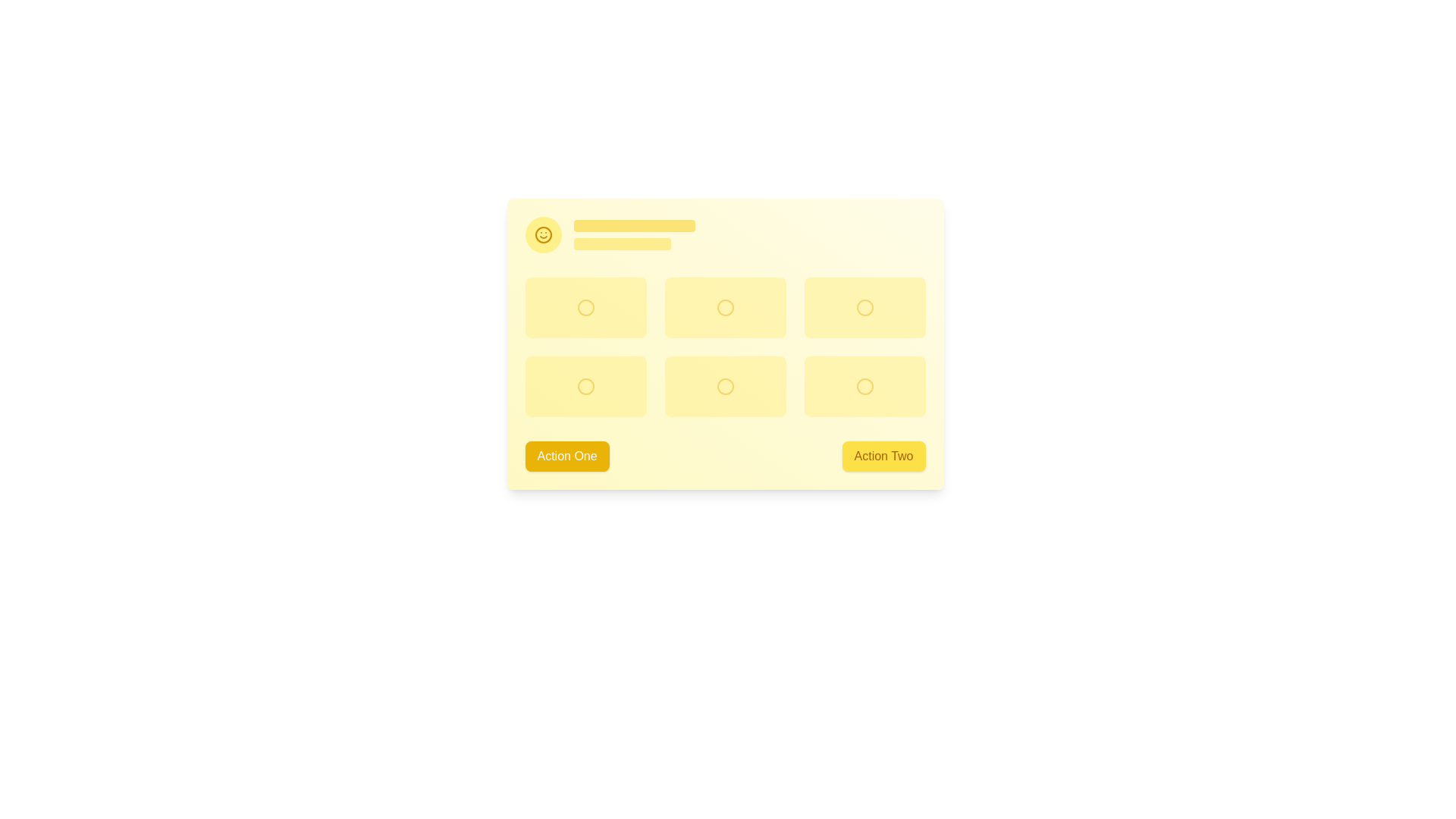 The image size is (1456, 819). What do you see at coordinates (864, 385) in the screenshot?
I see `the sixth card in a 3x2 grid layout located at the bottom-right corner` at bounding box center [864, 385].